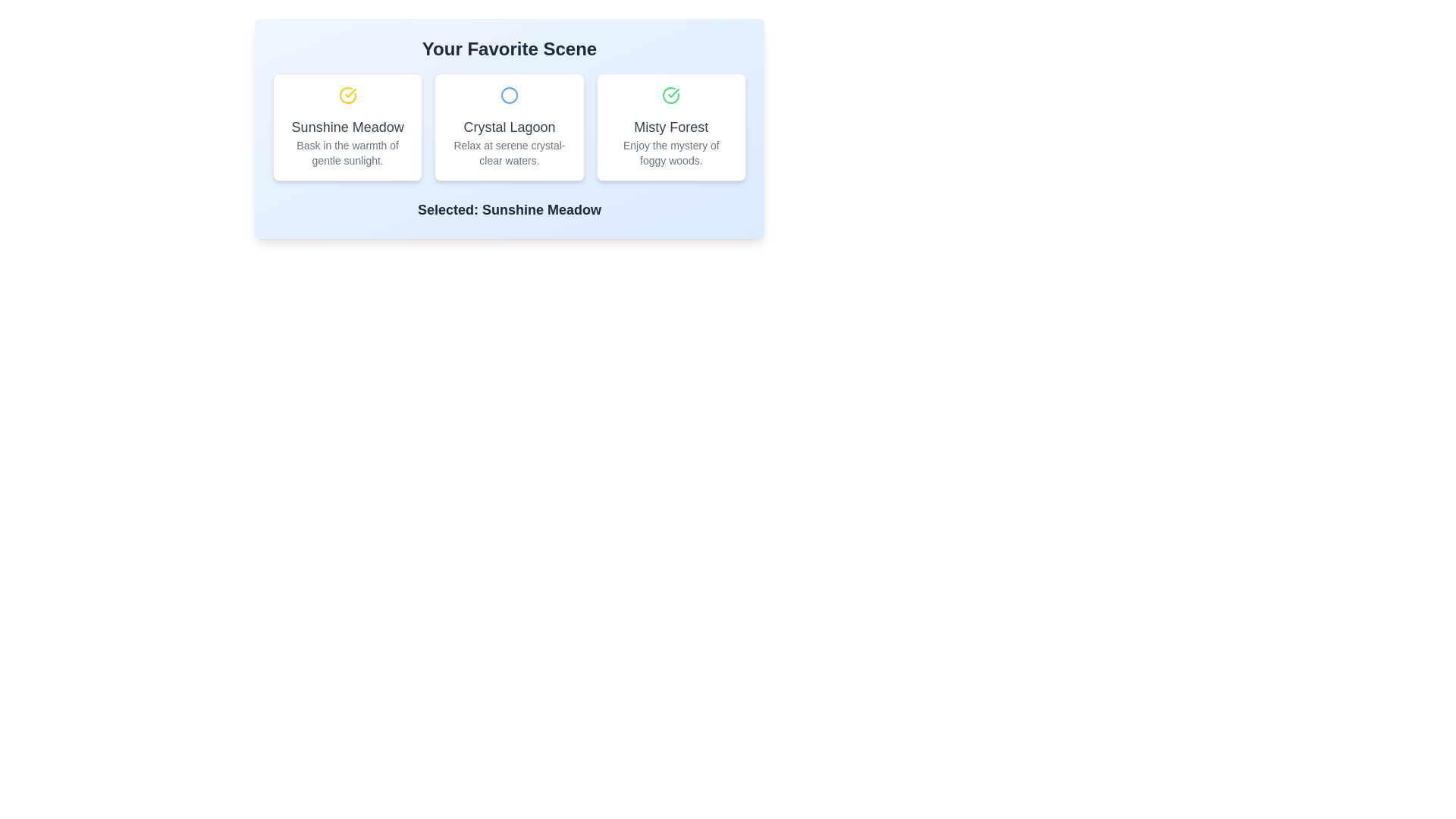 Image resolution: width=1456 pixels, height=819 pixels. What do you see at coordinates (670, 96) in the screenshot?
I see `the green circle with a checkmark in the SVG icon of the 'Misty Forest' card located on the right side among the three cards` at bounding box center [670, 96].